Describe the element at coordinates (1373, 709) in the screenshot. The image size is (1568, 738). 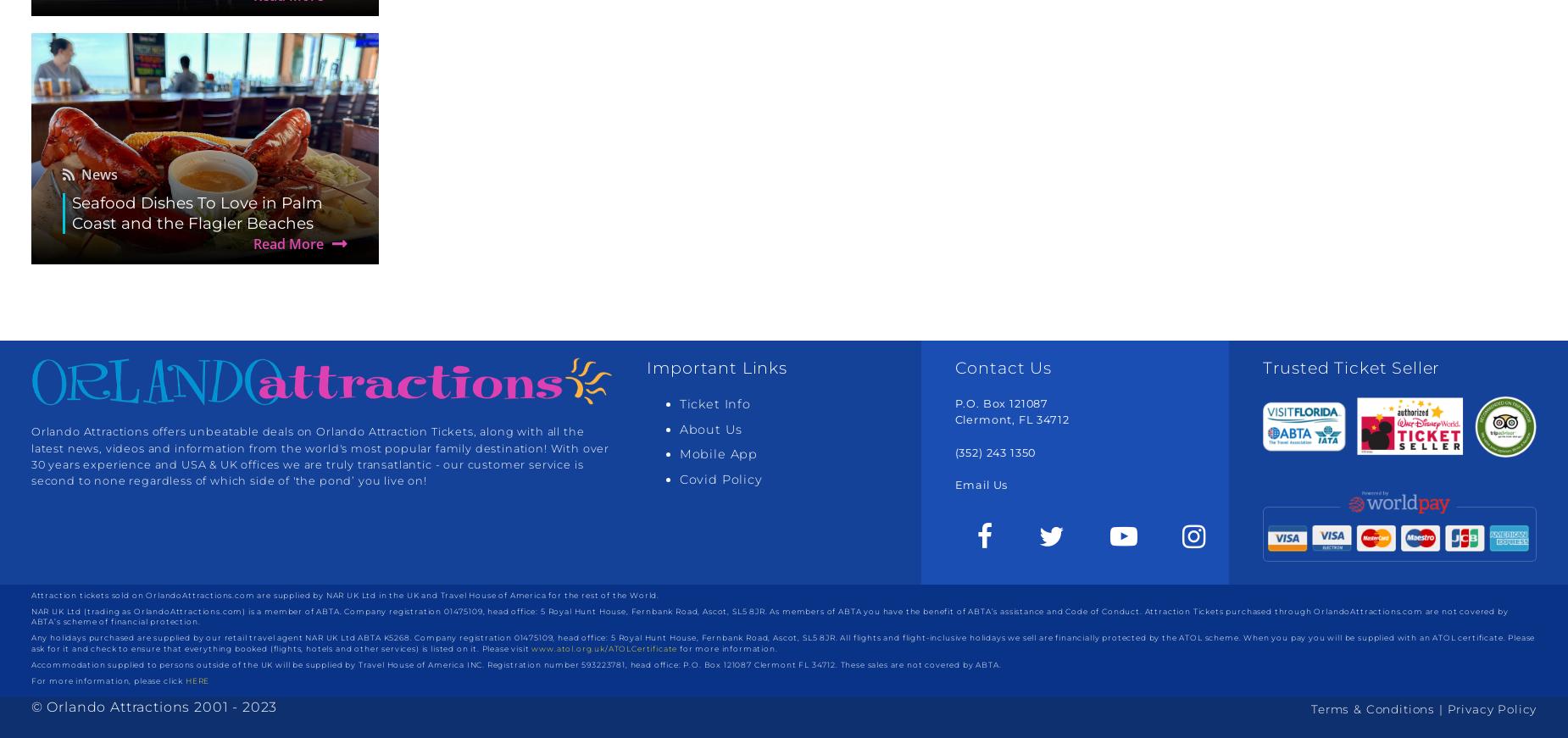
I see `'Terms & Conditions'` at that location.